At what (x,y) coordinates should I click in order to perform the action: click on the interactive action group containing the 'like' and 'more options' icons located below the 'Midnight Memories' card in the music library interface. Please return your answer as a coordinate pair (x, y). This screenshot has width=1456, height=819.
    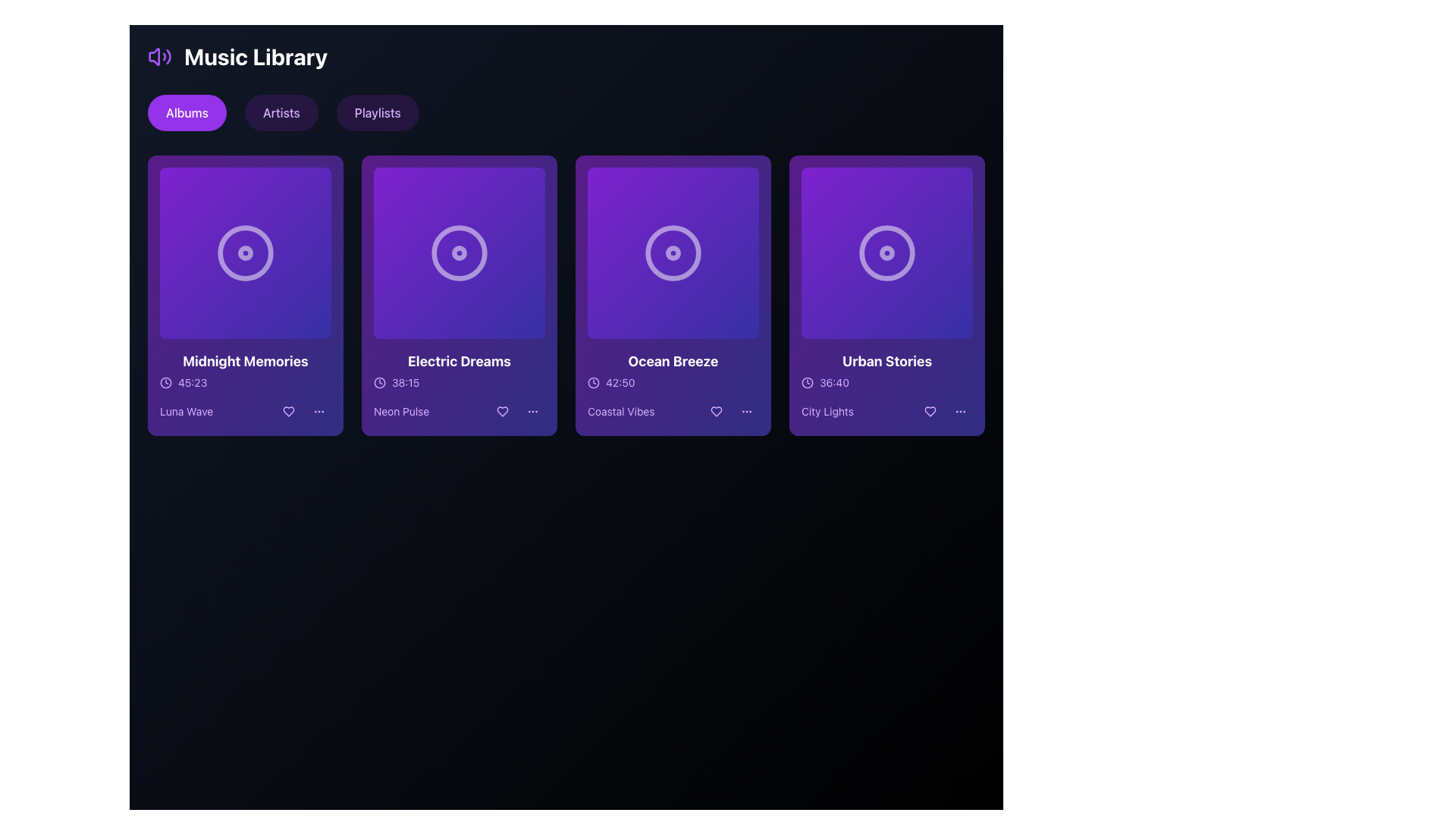
    Looking at the image, I should click on (303, 412).